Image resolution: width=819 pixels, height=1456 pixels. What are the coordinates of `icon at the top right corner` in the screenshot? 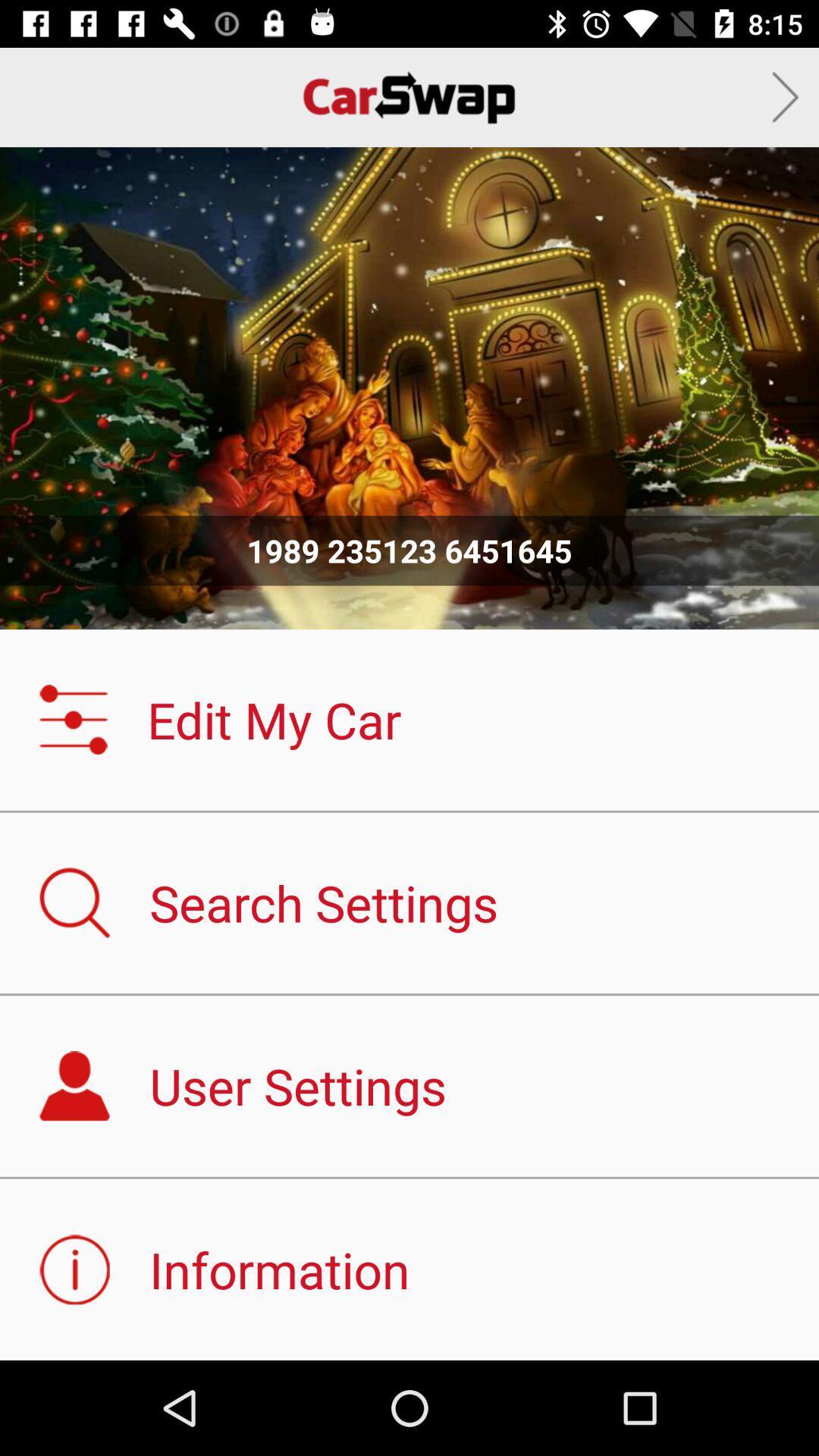 It's located at (785, 96).